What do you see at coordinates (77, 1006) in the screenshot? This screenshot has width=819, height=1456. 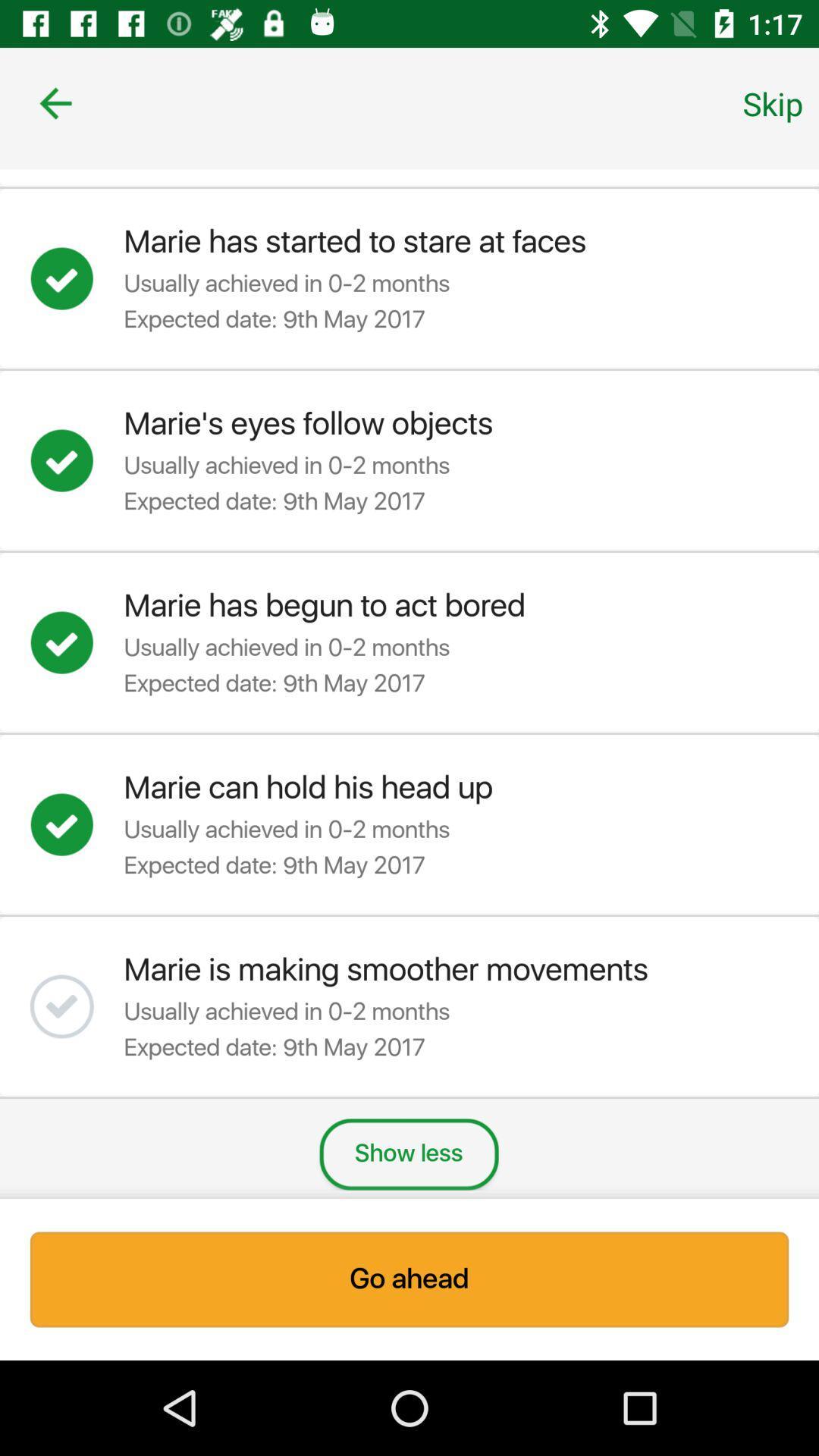 I see `developmental stage tracker` at bounding box center [77, 1006].